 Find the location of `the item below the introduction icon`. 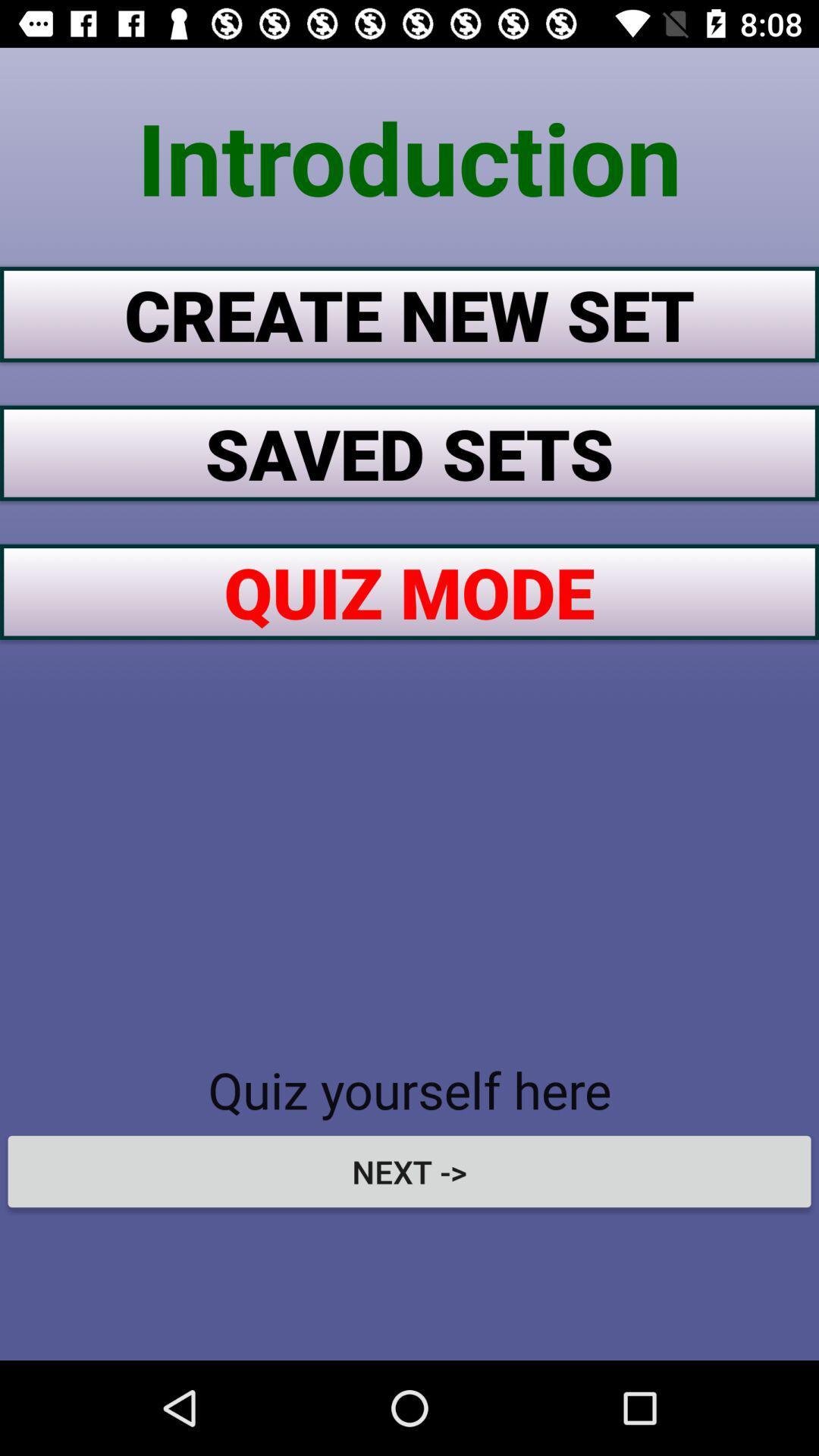

the item below the introduction icon is located at coordinates (409, 313).